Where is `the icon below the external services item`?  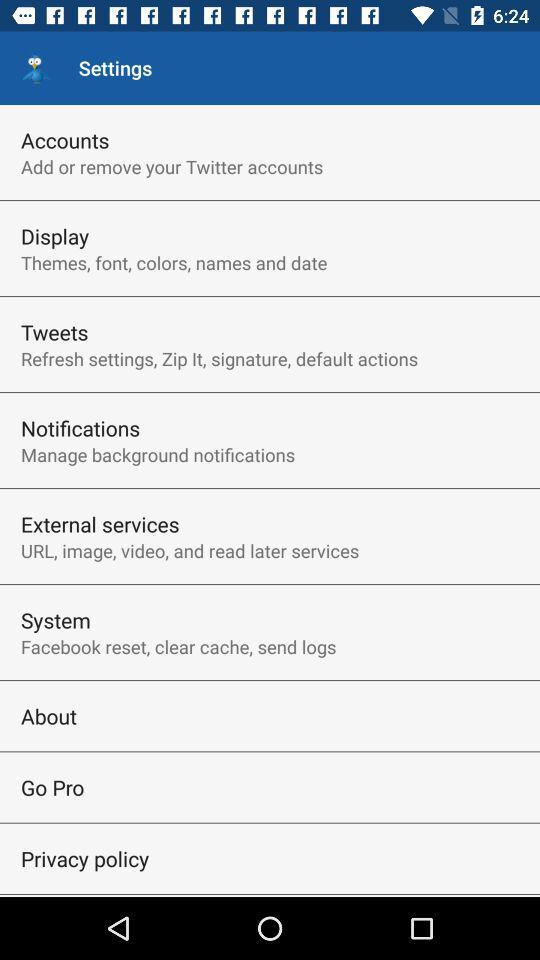
the icon below the external services item is located at coordinates (190, 550).